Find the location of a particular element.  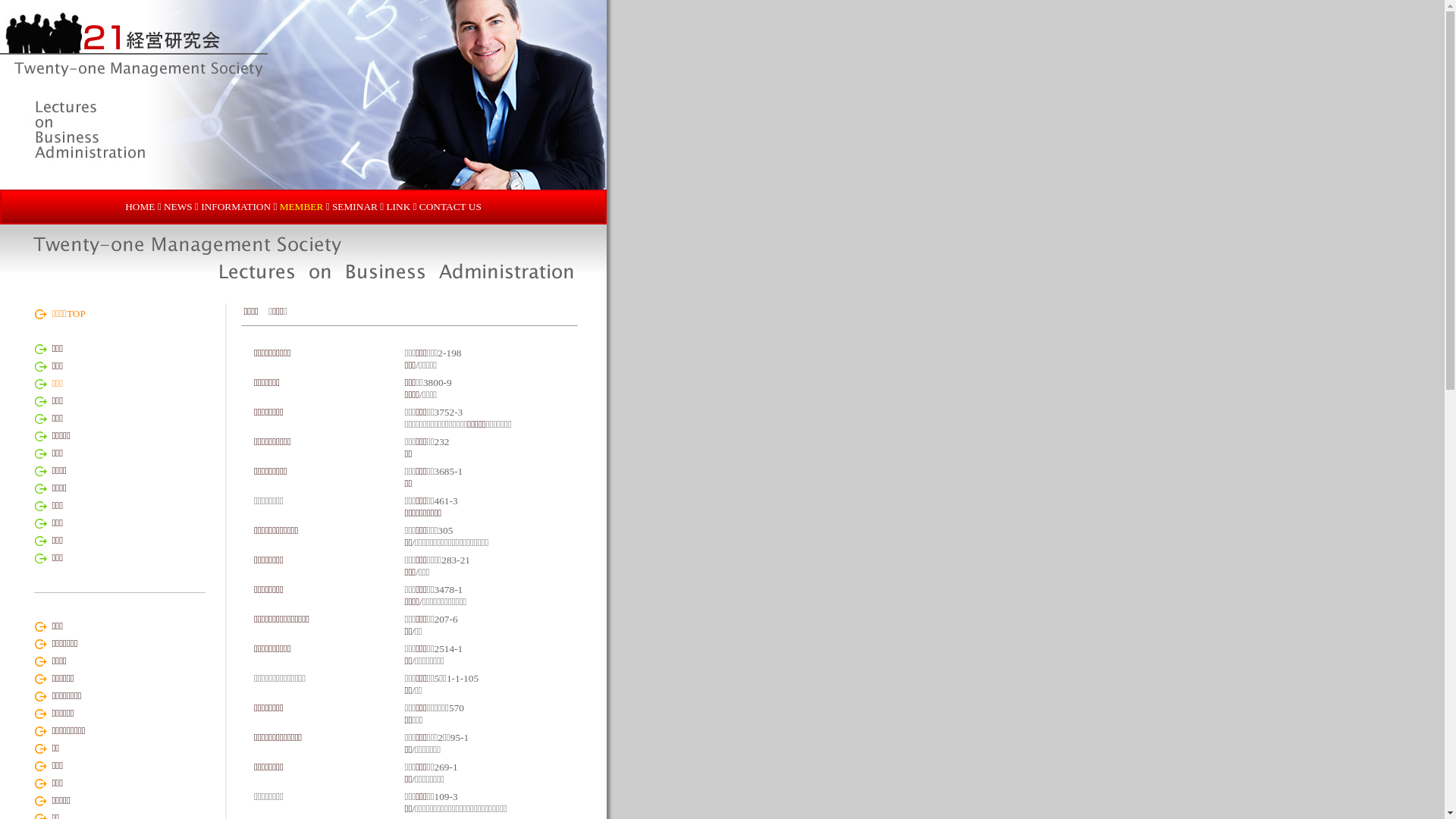

'MEMBER' is located at coordinates (280, 206).